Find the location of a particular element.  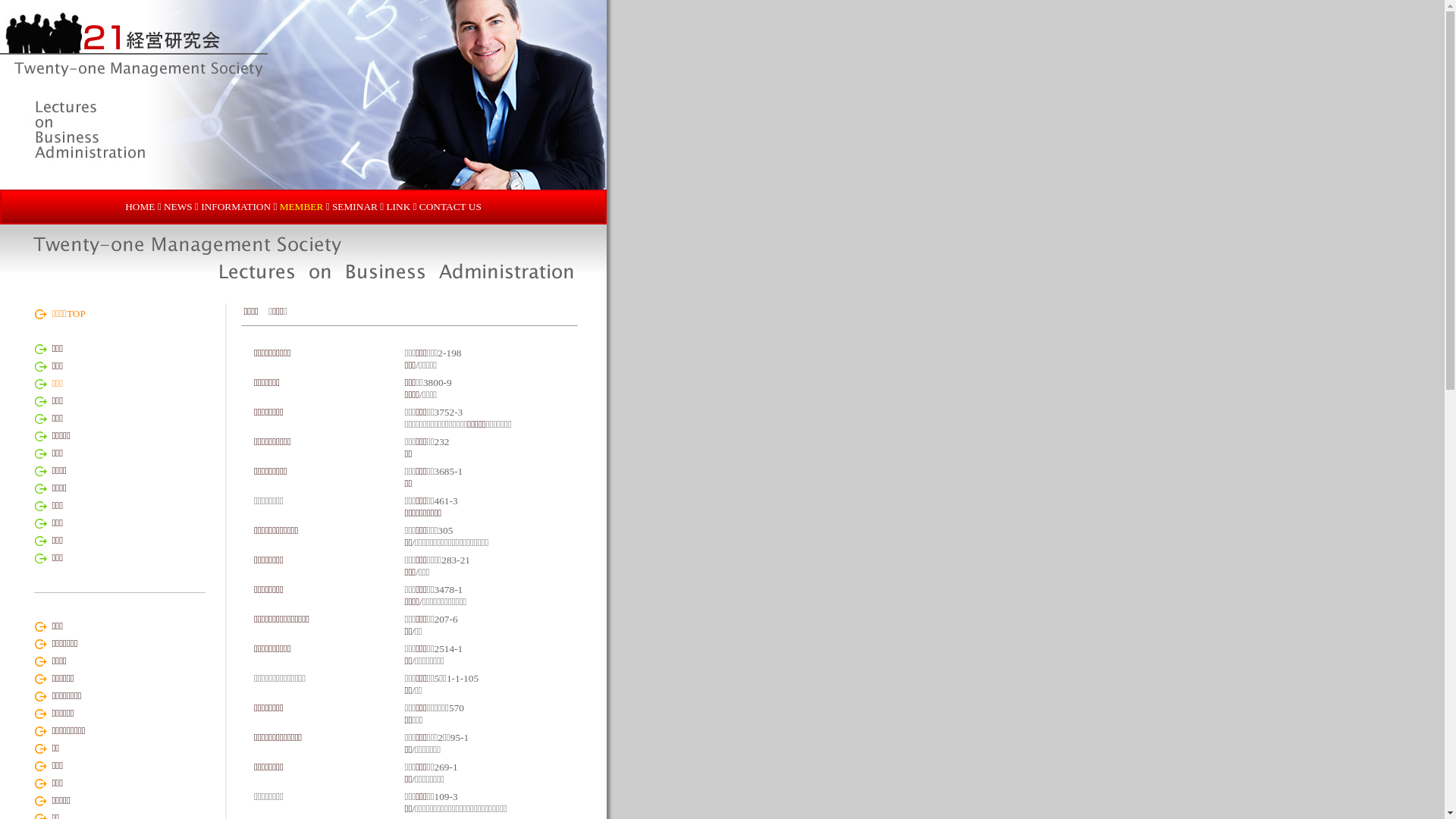

'MEMBER' is located at coordinates (280, 206).